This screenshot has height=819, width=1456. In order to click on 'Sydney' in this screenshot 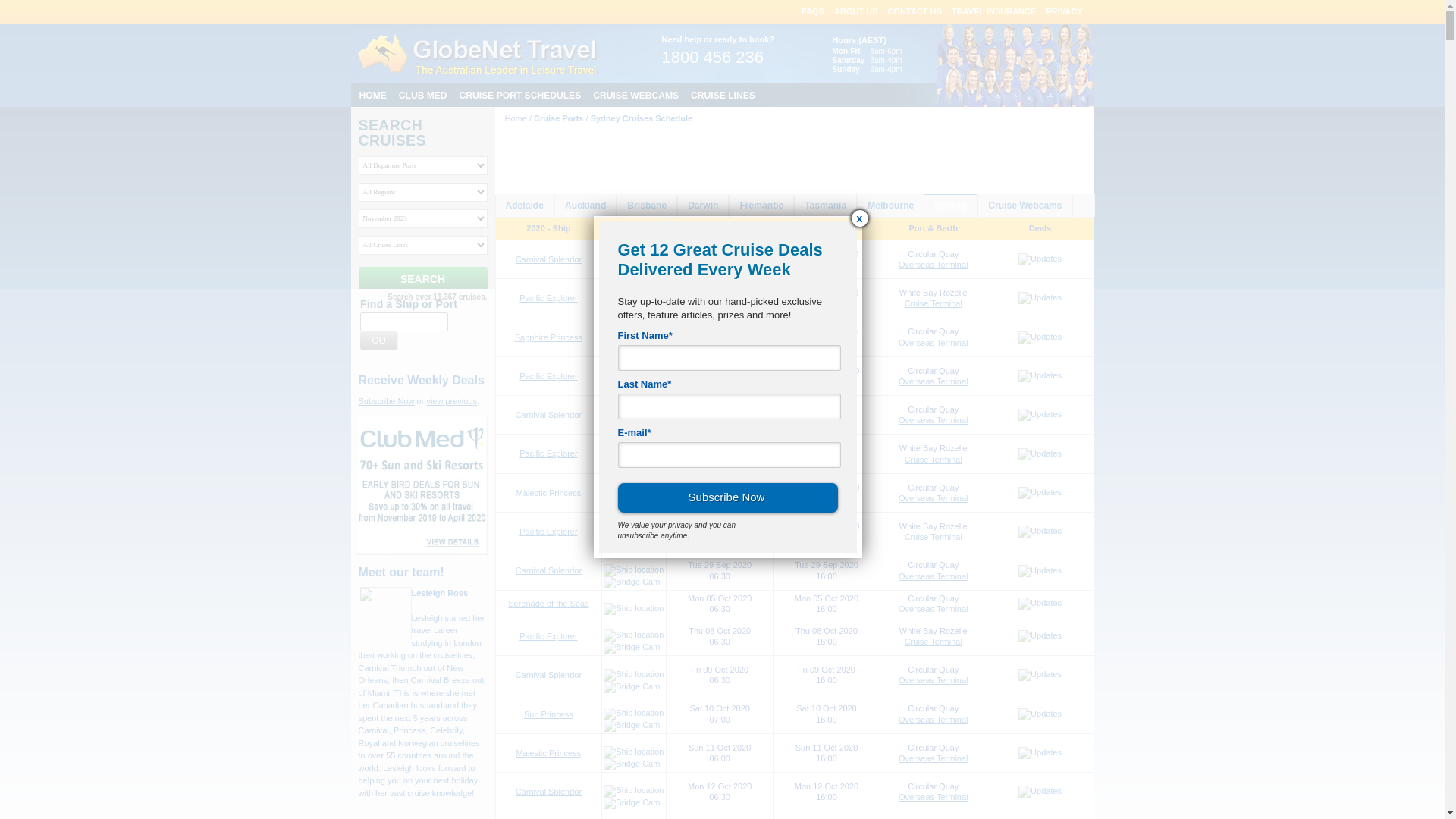, I will do `click(949, 206)`.